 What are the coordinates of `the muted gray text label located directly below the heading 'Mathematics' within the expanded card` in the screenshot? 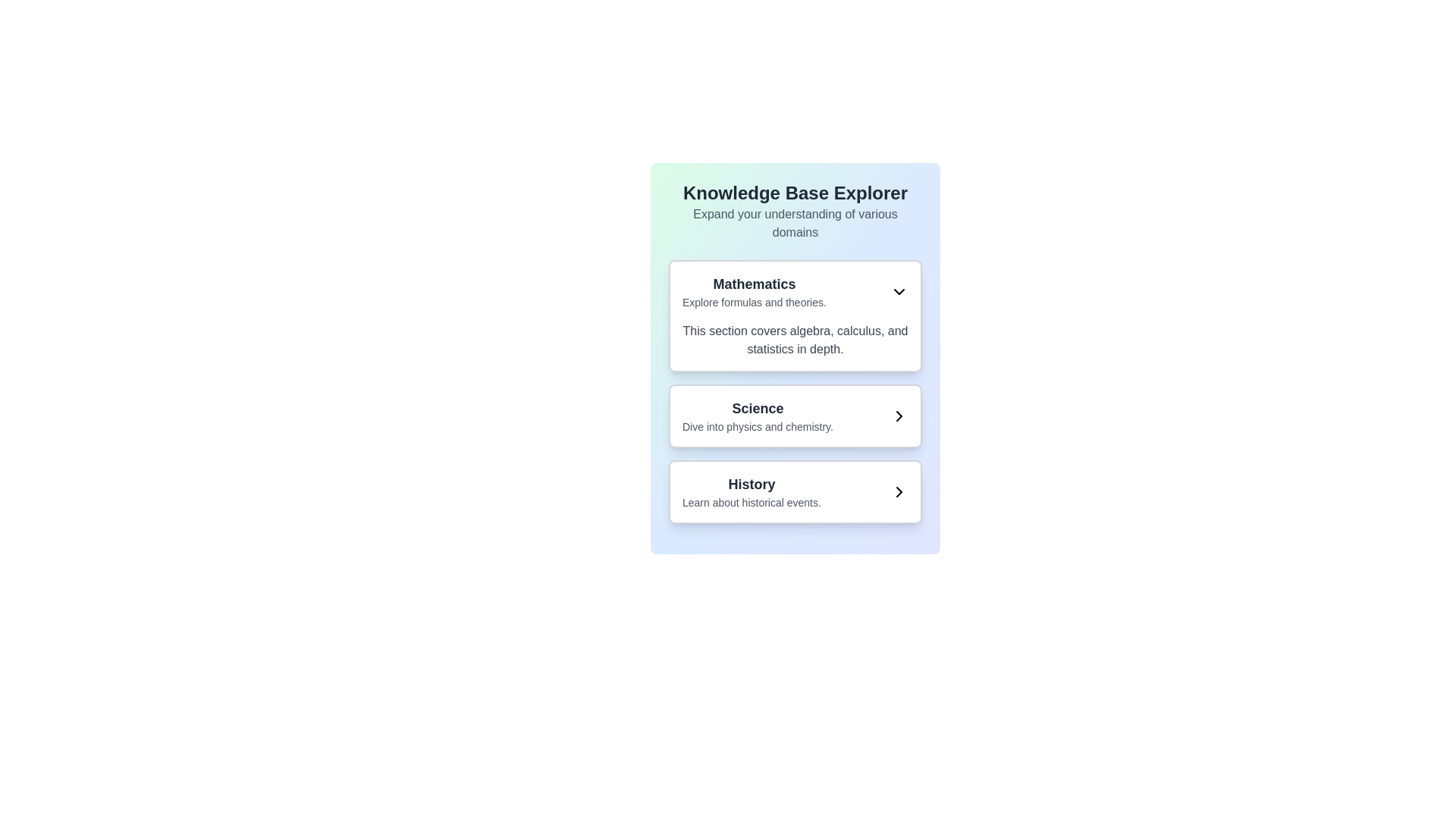 It's located at (795, 339).